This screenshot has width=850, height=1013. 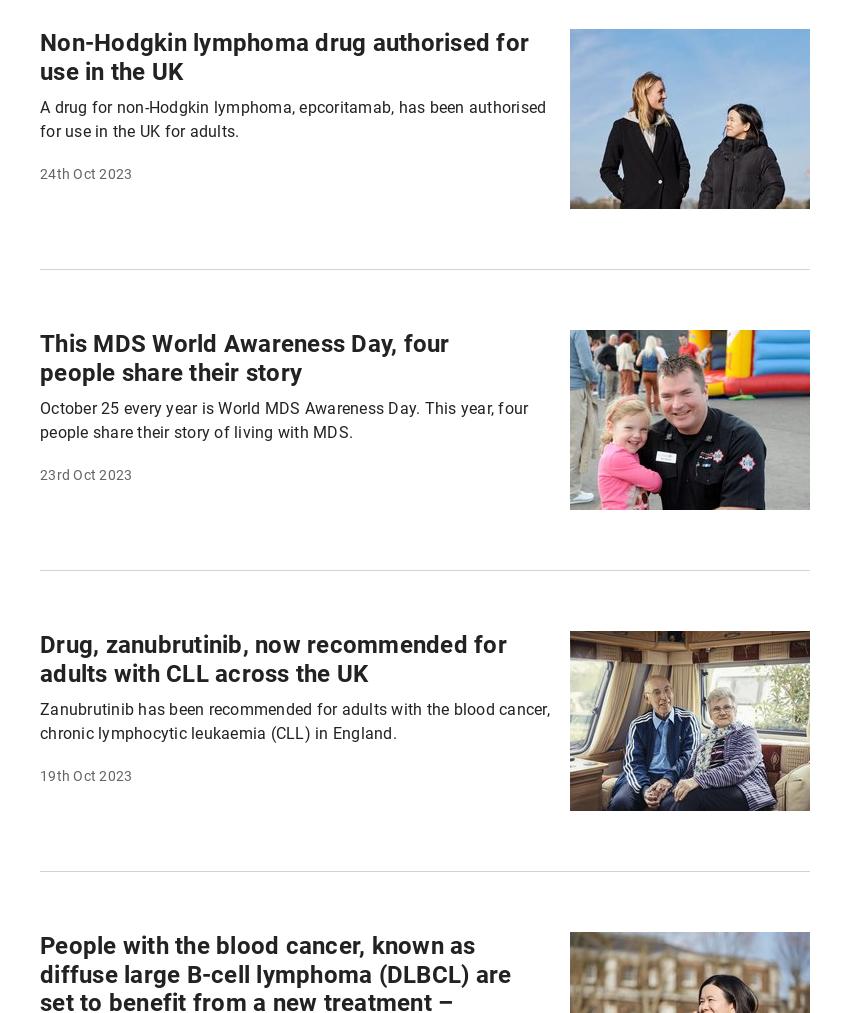 I want to click on 'Lottery', so click(x=478, y=67).